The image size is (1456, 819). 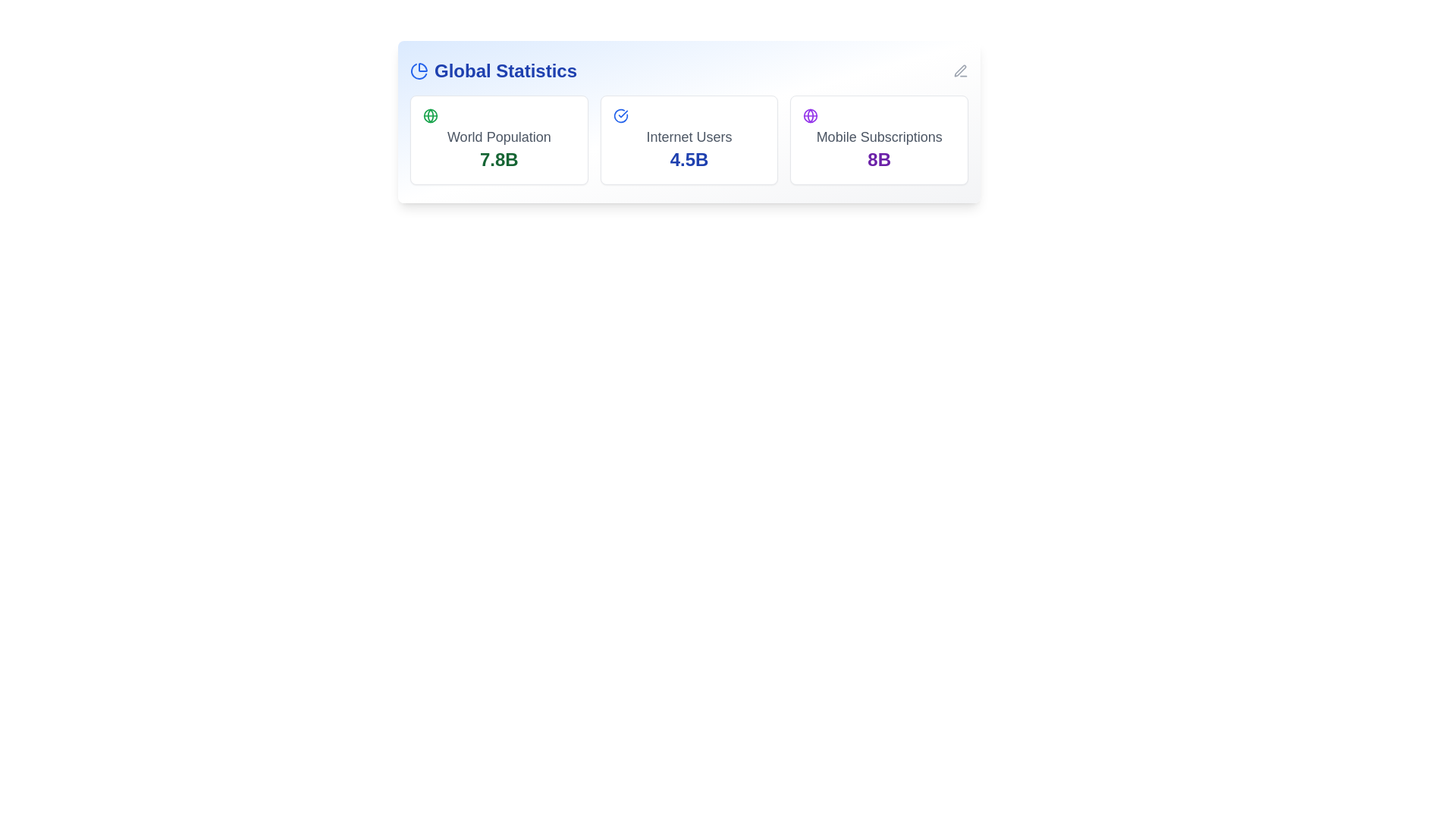 I want to click on the 'Mobile Subscriptions' text label, which is displayed in gray color and located inside the third card from the left, above the statistic '8B' and next to a purple globe icon, so click(x=879, y=137).